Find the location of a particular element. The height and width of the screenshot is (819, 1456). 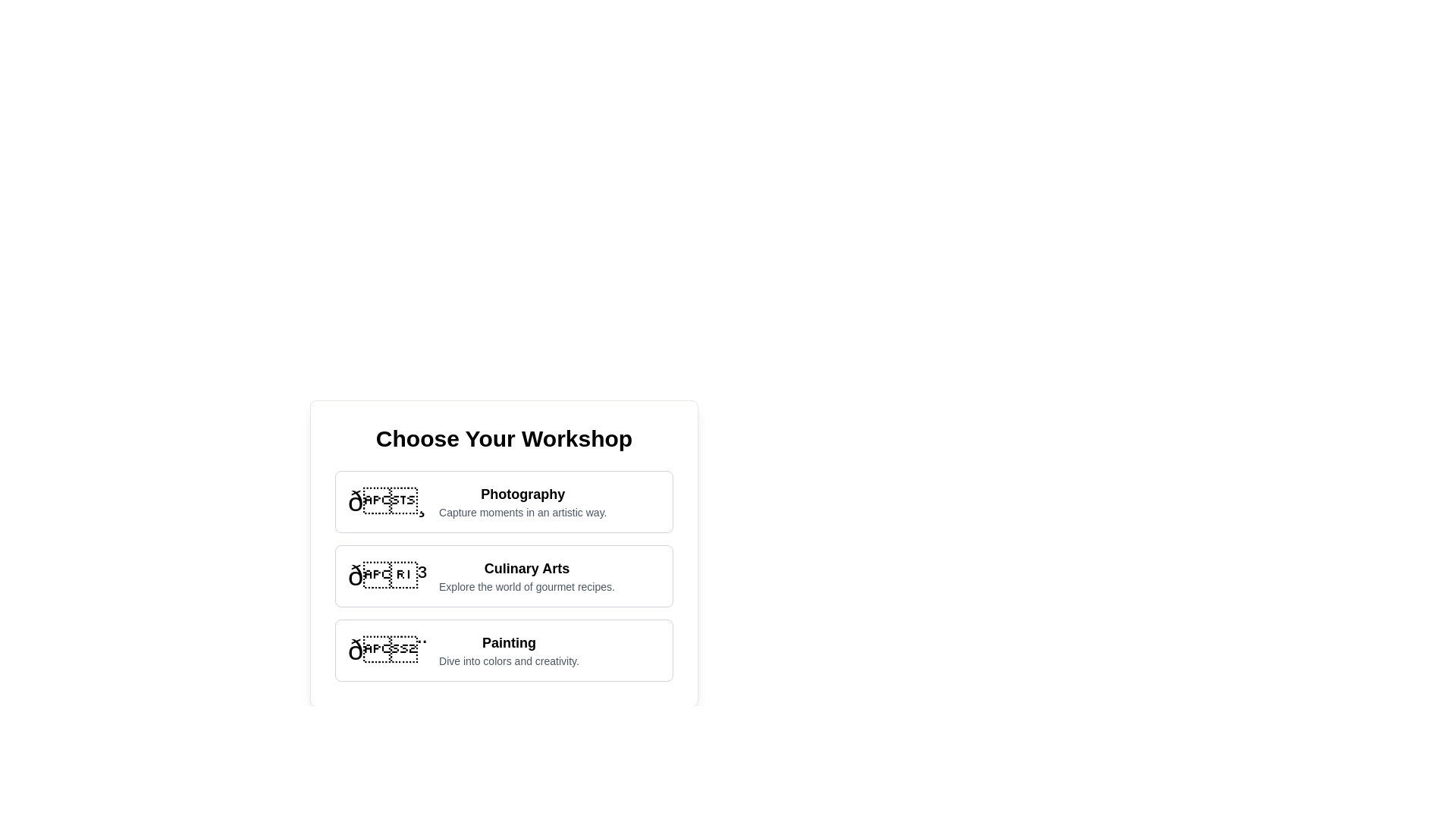

the static text element located below the 'Culinary Arts' option in the middle column of the vertically aligned menu is located at coordinates (527, 586).